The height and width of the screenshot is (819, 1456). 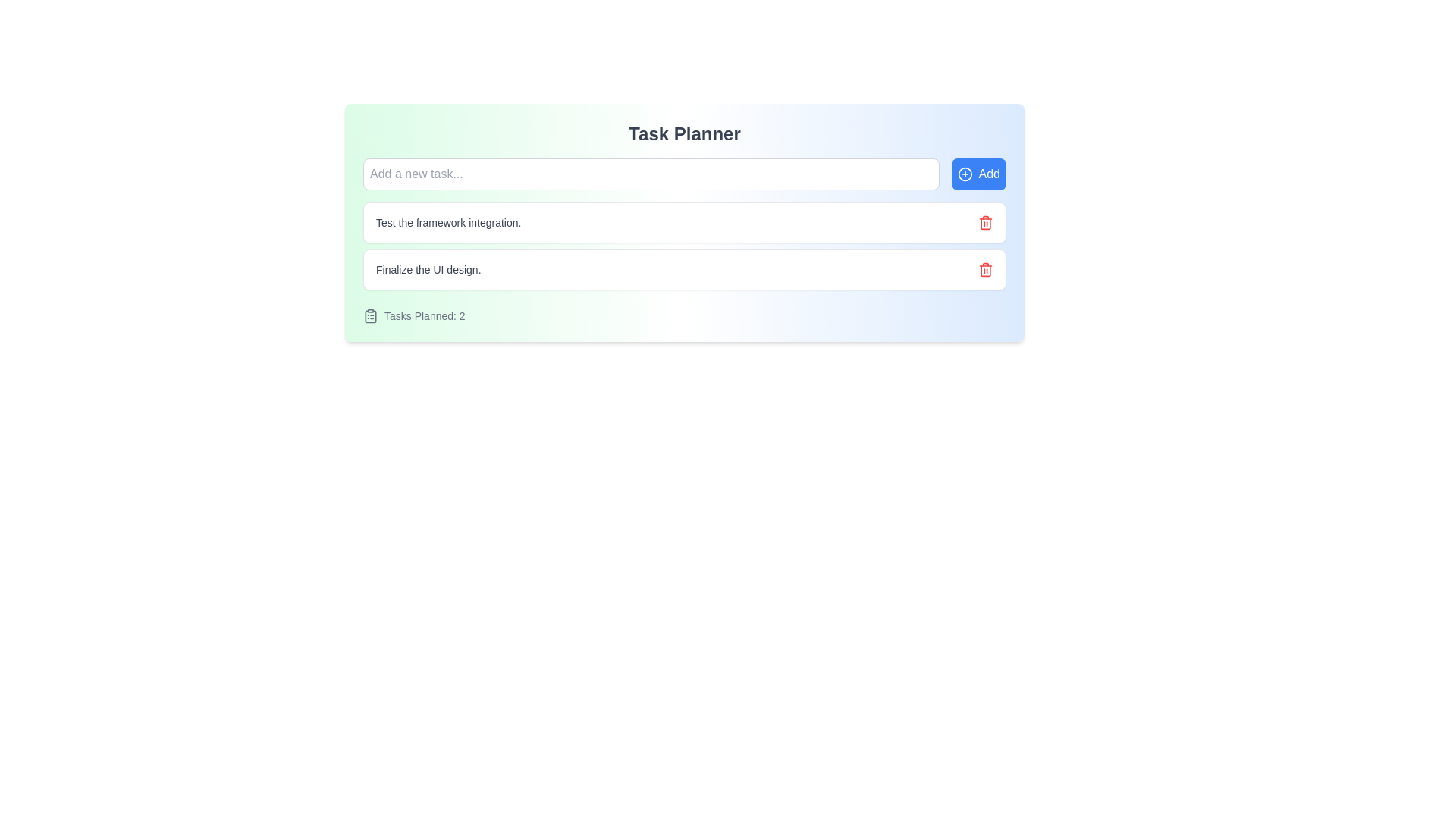 I want to click on the red trash icon located at the far right of the task entry labeled 'Finalize the UI design.', so click(x=986, y=268).